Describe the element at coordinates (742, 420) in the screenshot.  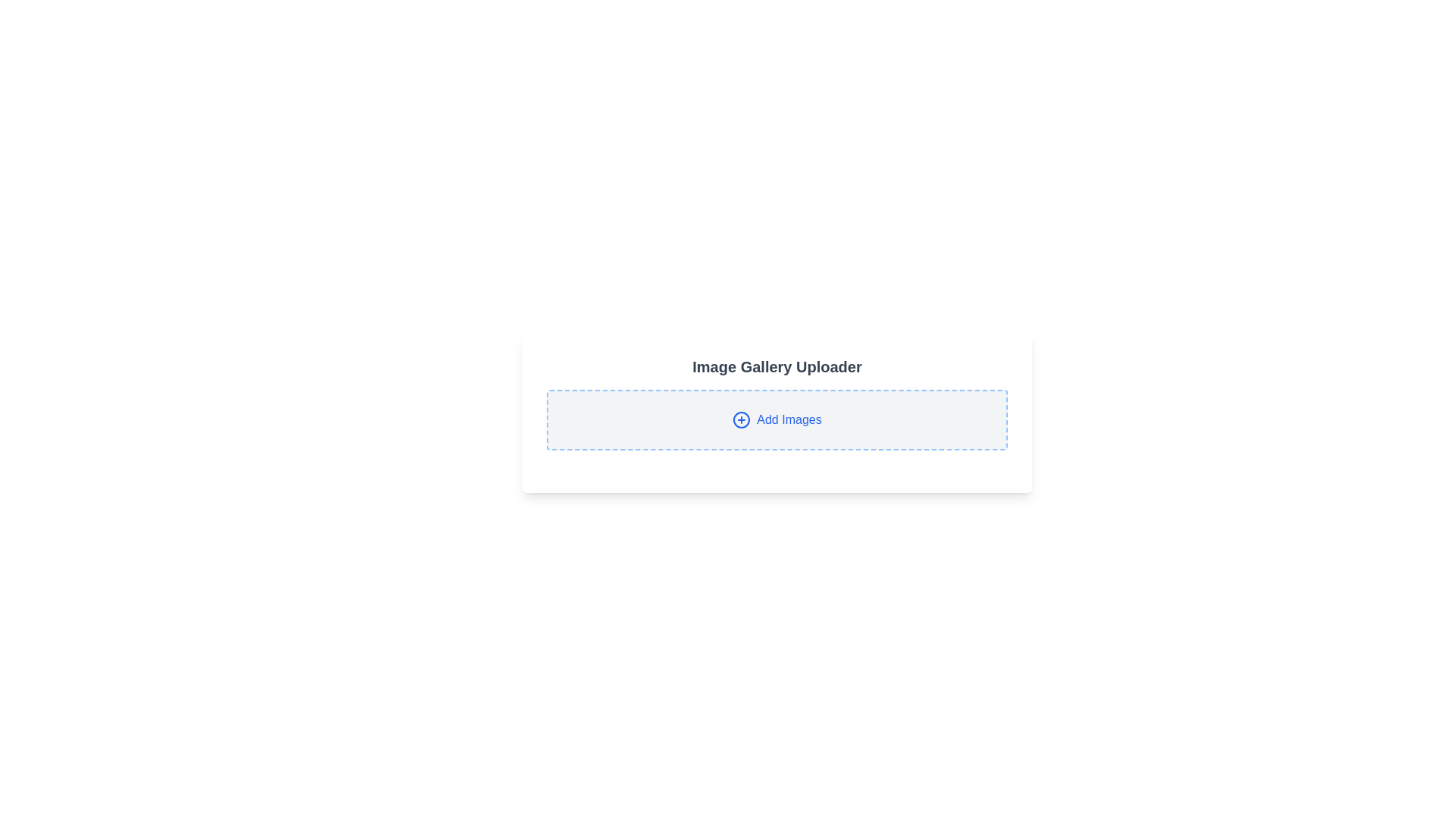
I see `the small circular blue outlined icon with a blue plus symbol inside, located in the center-left of the 'Add Images' button` at that location.